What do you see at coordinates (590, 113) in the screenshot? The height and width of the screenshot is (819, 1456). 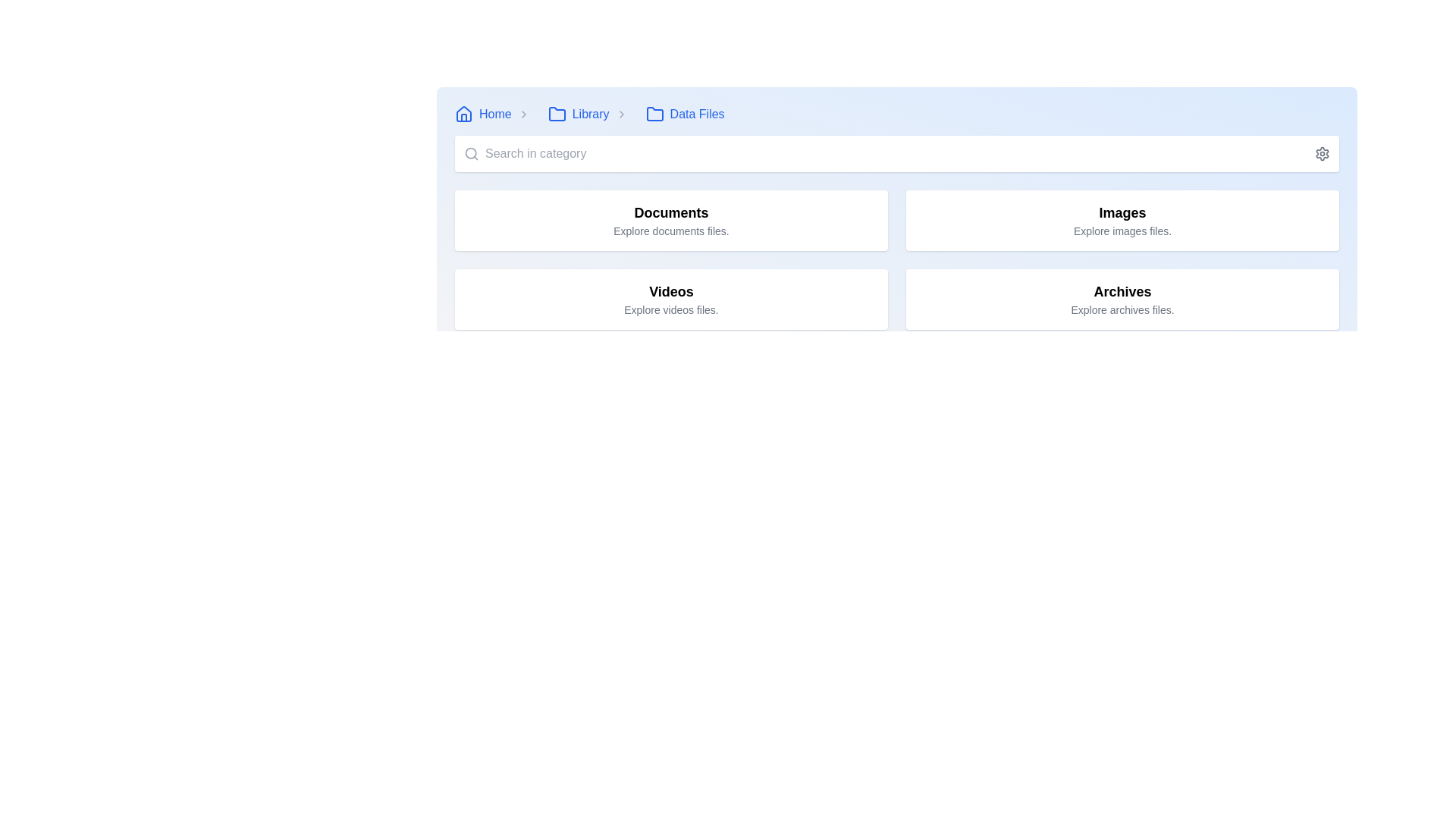 I see `the 'Library' text label in the breadcrumb navigation bar, which is the third item following 'Home' and a folder icon` at bounding box center [590, 113].